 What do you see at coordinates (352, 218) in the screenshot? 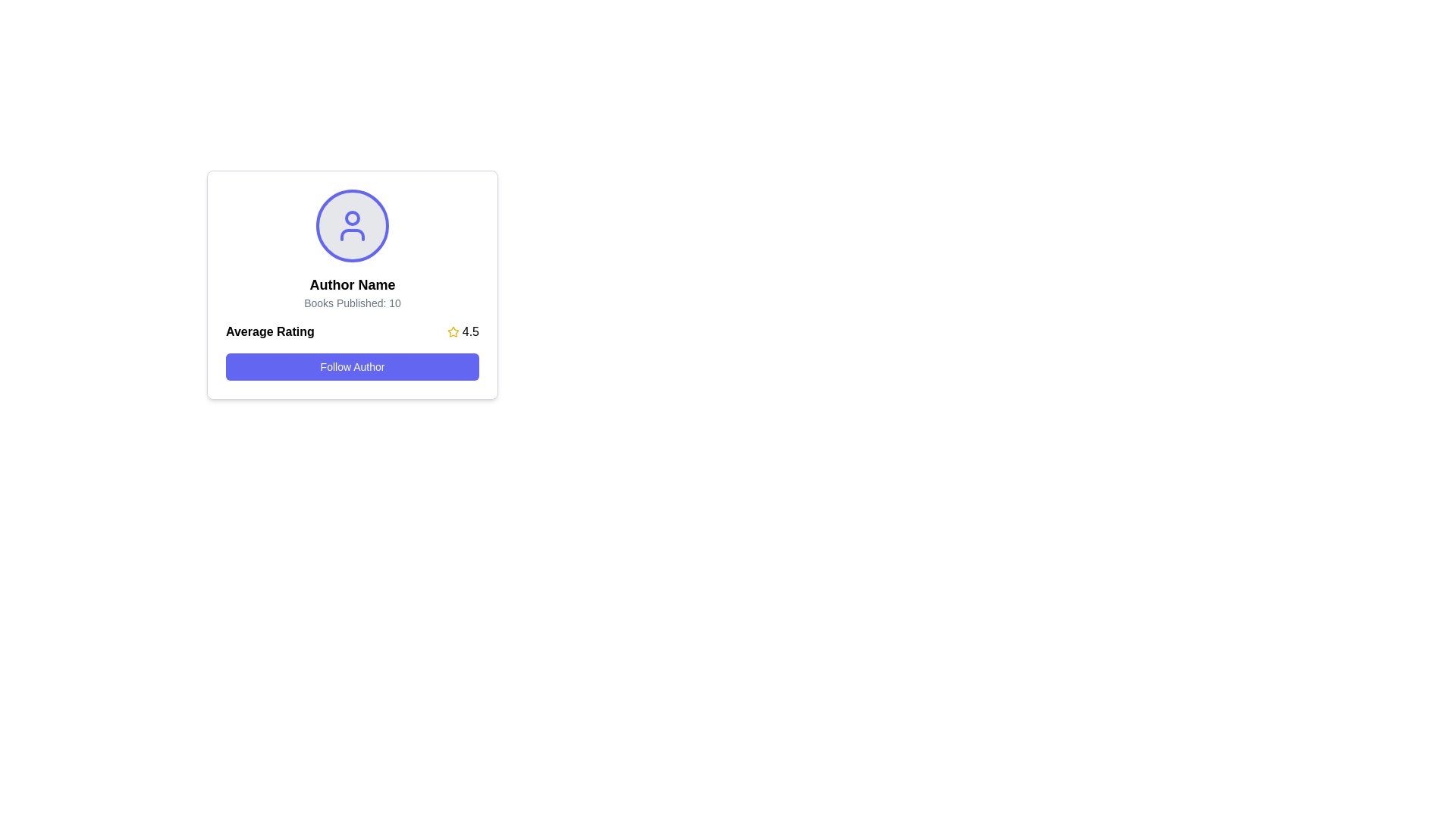
I see `the decorative circle shape representing the user's head within the SVG element at the top center of the user card` at bounding box center [352, 218].